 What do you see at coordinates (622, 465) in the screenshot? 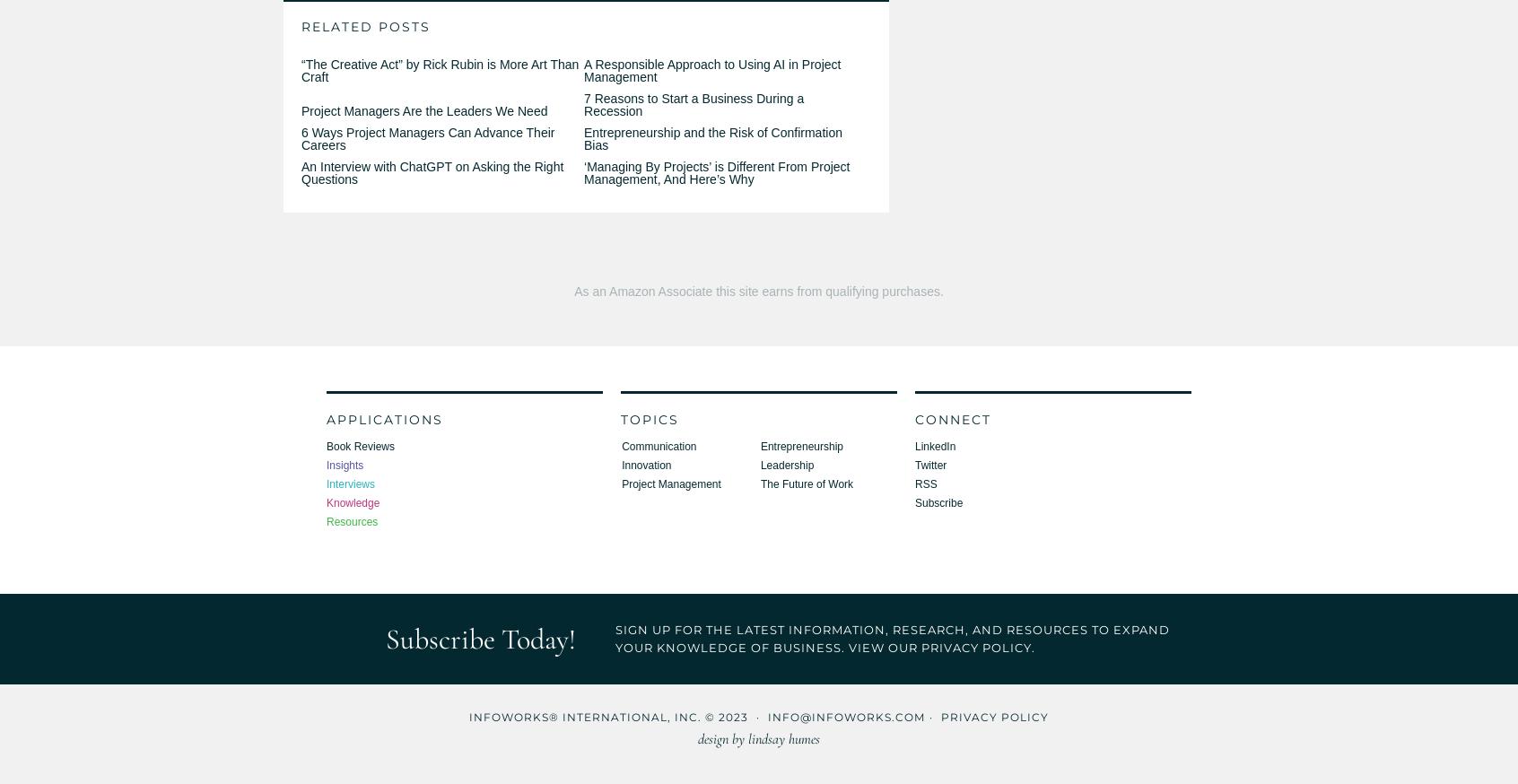
I see `'Innovation'` at bounding box center [622, 465].